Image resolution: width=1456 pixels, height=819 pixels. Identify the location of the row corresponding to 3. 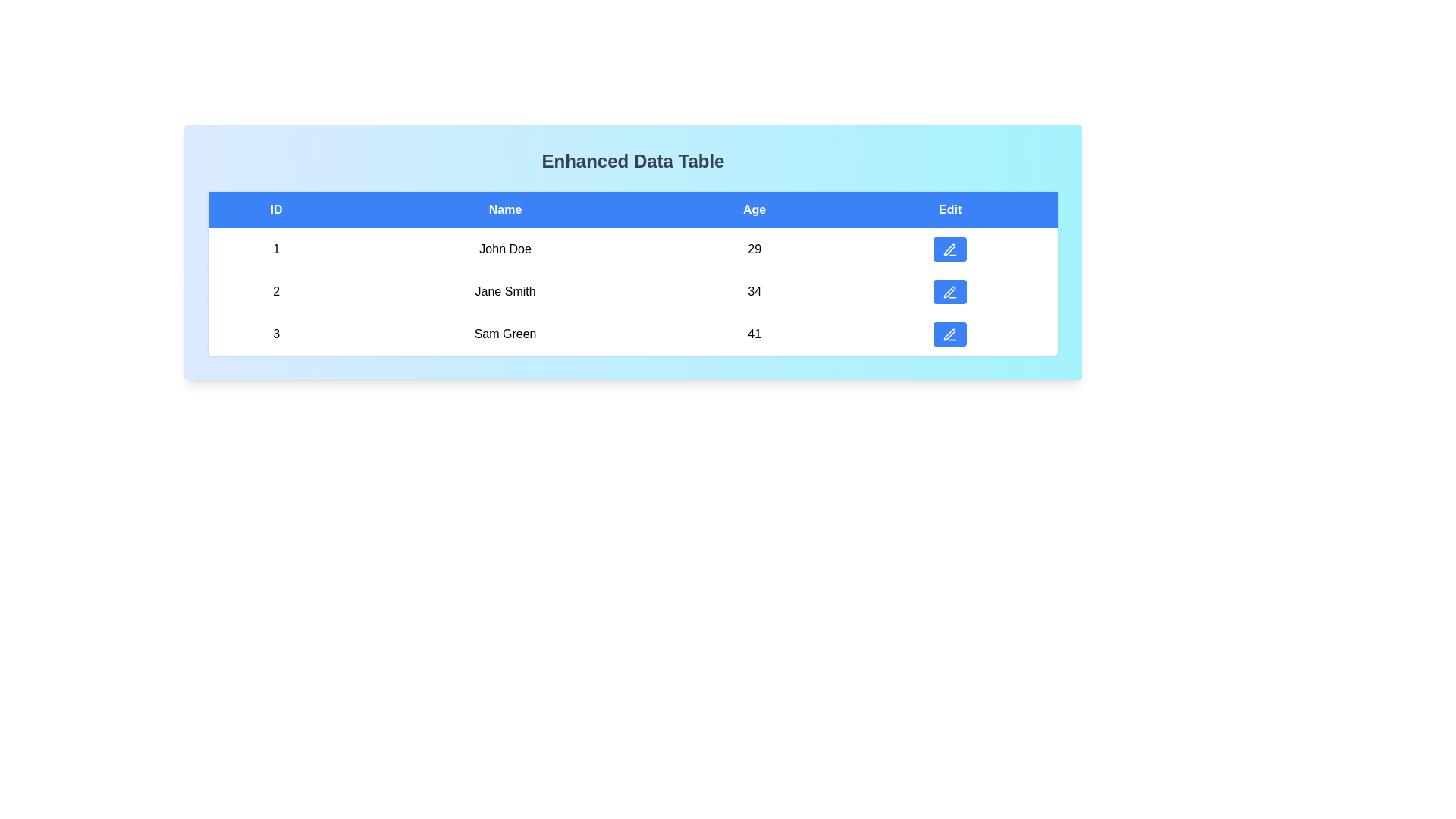
(633, 333).